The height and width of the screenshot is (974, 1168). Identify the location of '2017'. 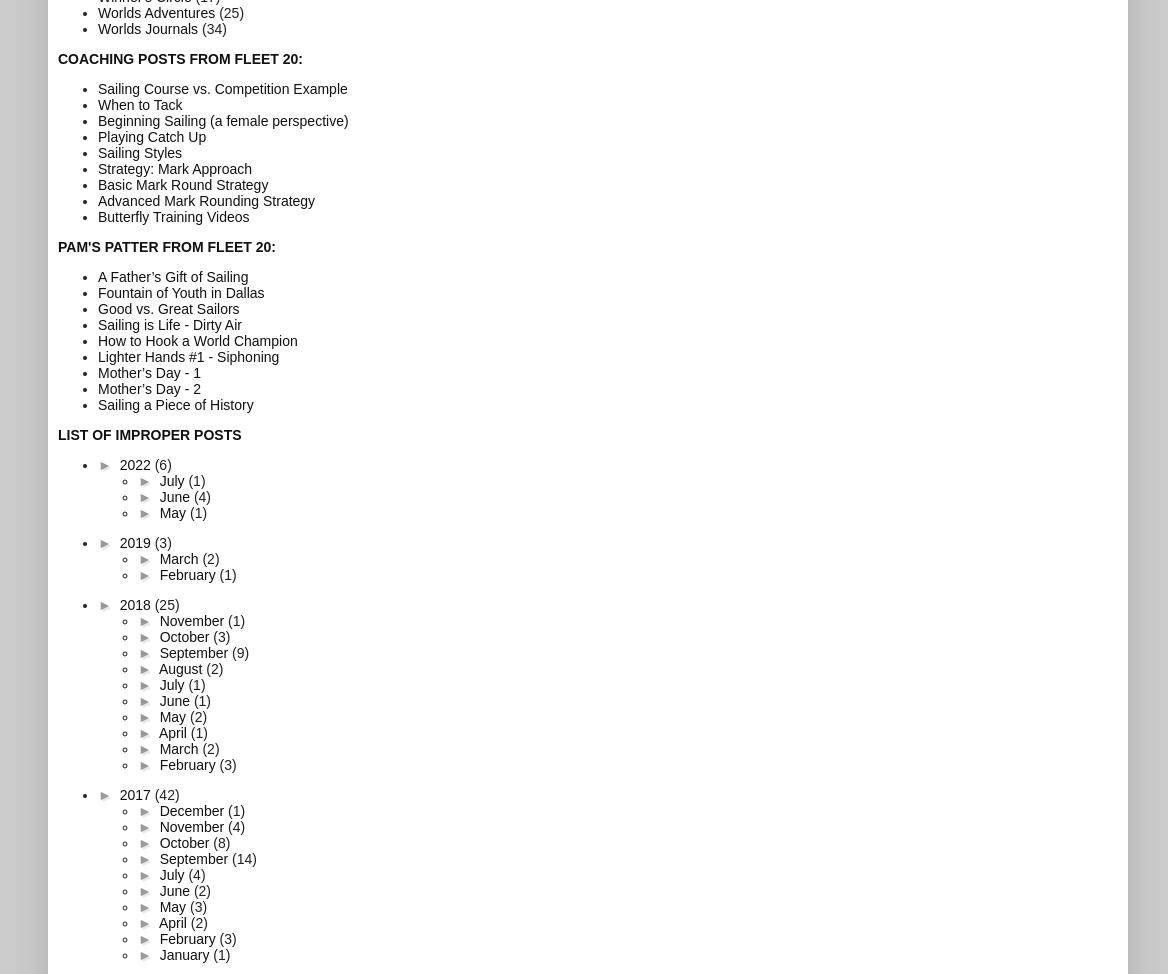
(135, 793).